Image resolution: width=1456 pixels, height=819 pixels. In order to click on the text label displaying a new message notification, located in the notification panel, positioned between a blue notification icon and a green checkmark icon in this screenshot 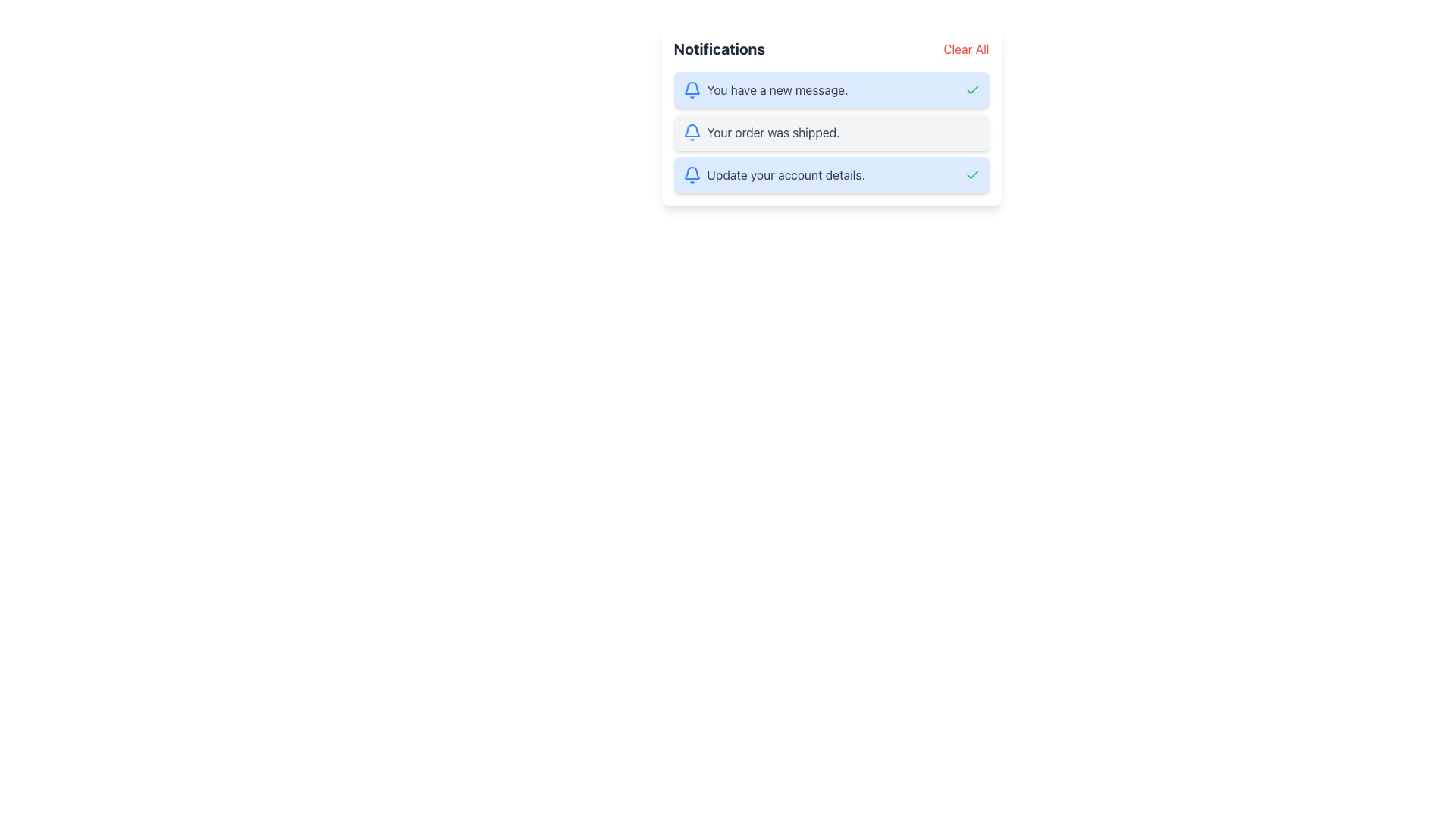, I will do `click(777, 90)`.